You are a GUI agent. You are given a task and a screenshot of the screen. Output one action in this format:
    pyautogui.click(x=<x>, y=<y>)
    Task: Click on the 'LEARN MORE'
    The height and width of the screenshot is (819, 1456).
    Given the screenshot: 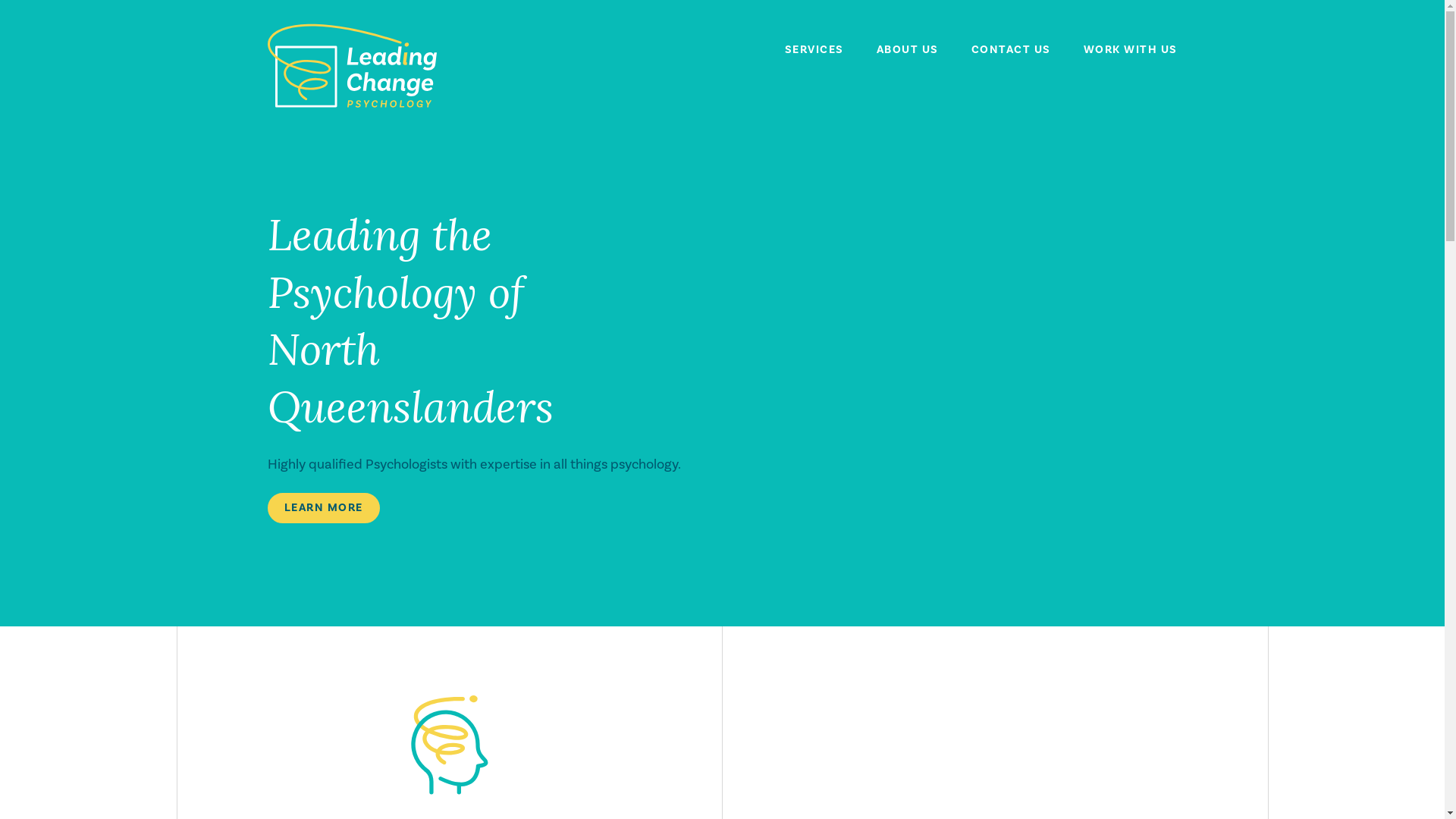 What is the action you would take?
    pyautogui.click(x=322, y=508)
    